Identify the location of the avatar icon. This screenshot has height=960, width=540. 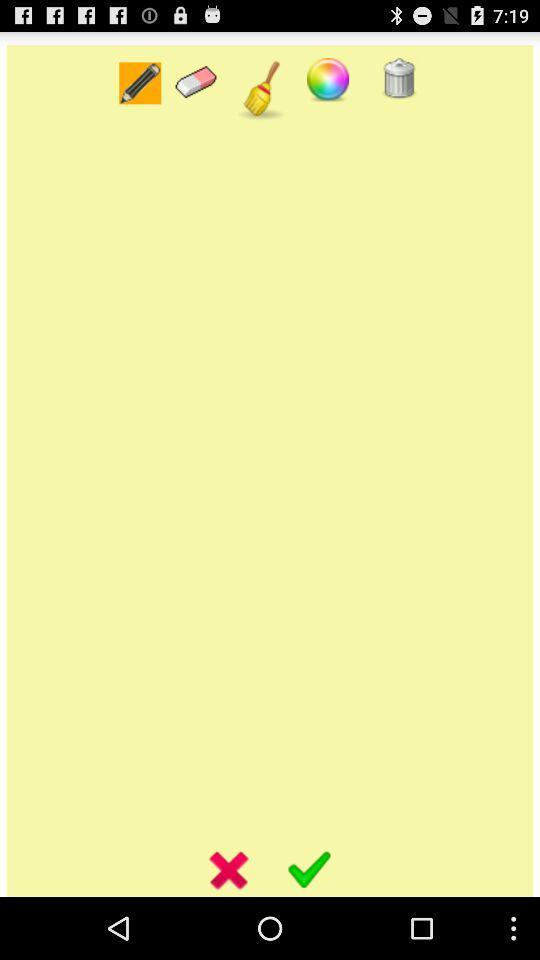
(328, 85).